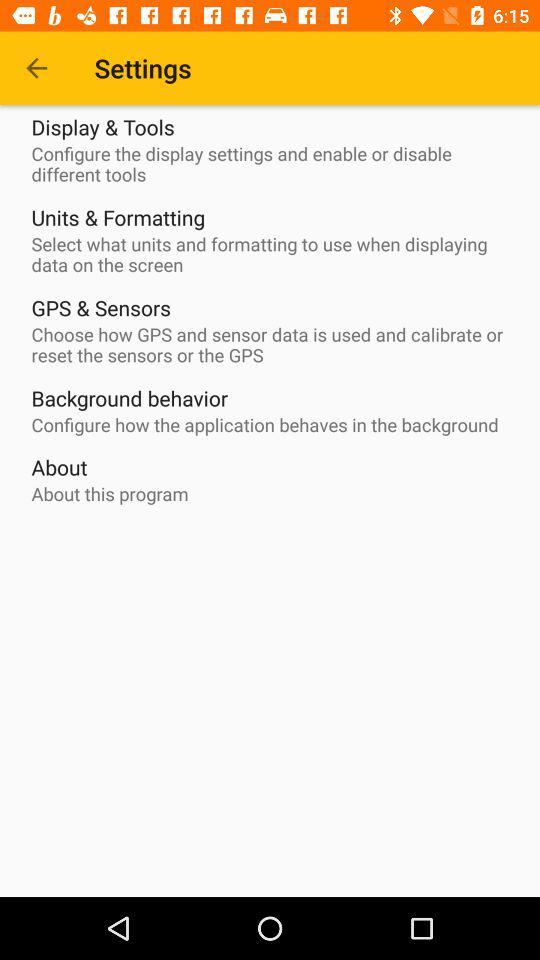  Describe the element at coordinates (110, 492) in the screenshot. I see `icon below about icon` at that location.